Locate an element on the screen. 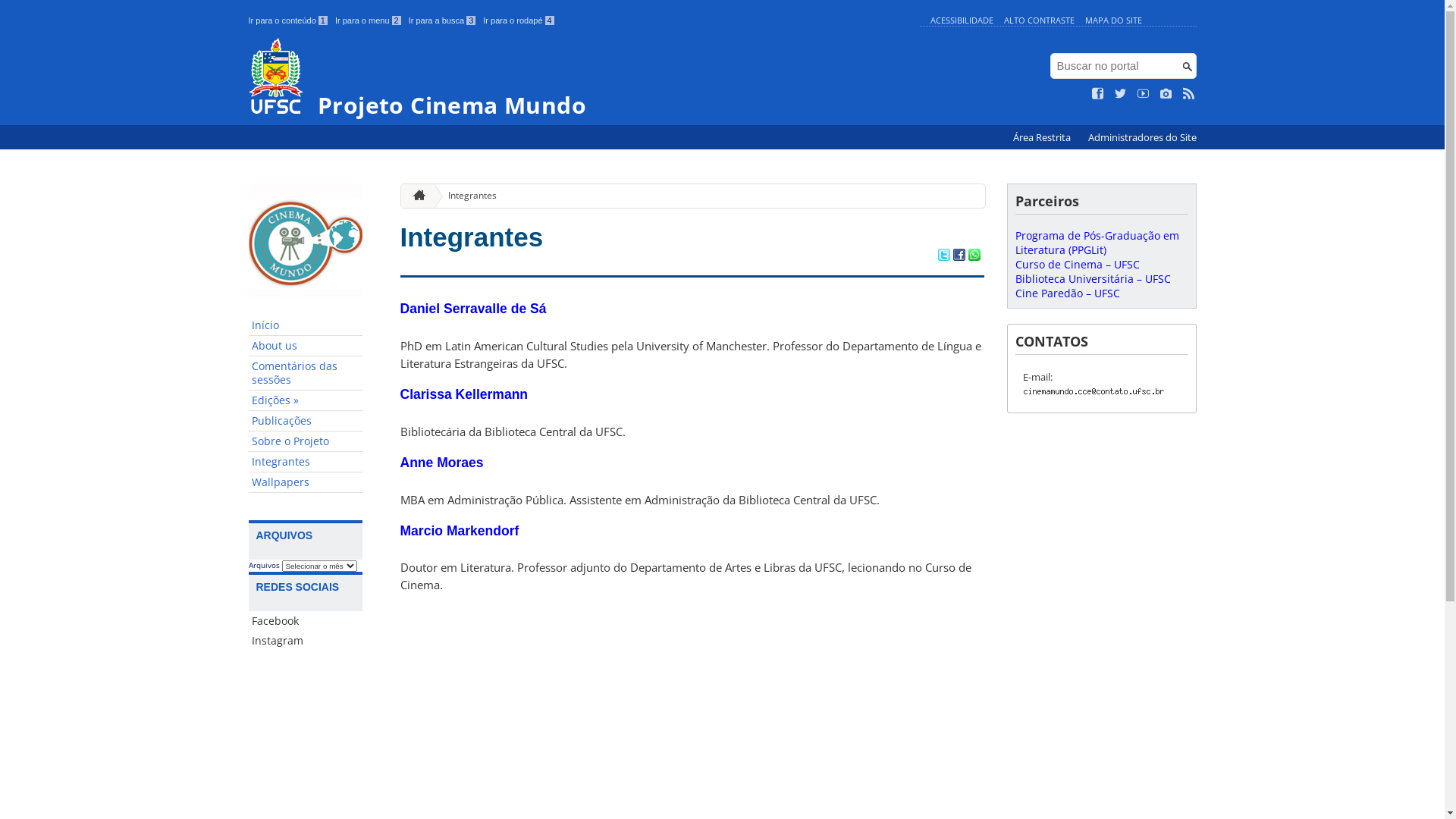 The image size is (1456, 819). 'Siga no Twitter' is located at coordinates (1121, 93).